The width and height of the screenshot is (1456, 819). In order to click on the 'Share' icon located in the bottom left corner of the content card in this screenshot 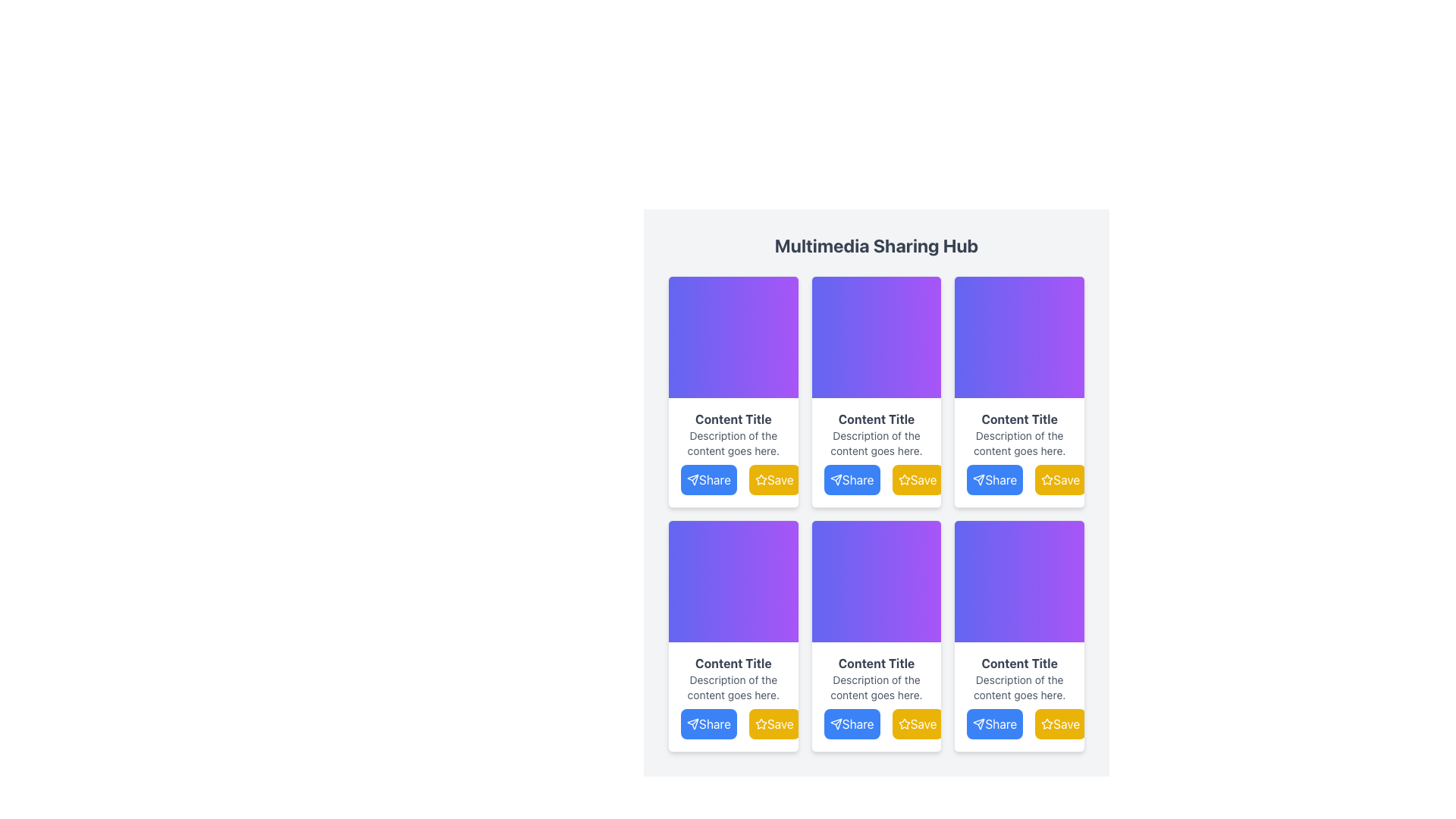, I will do `click(979, 722)`.